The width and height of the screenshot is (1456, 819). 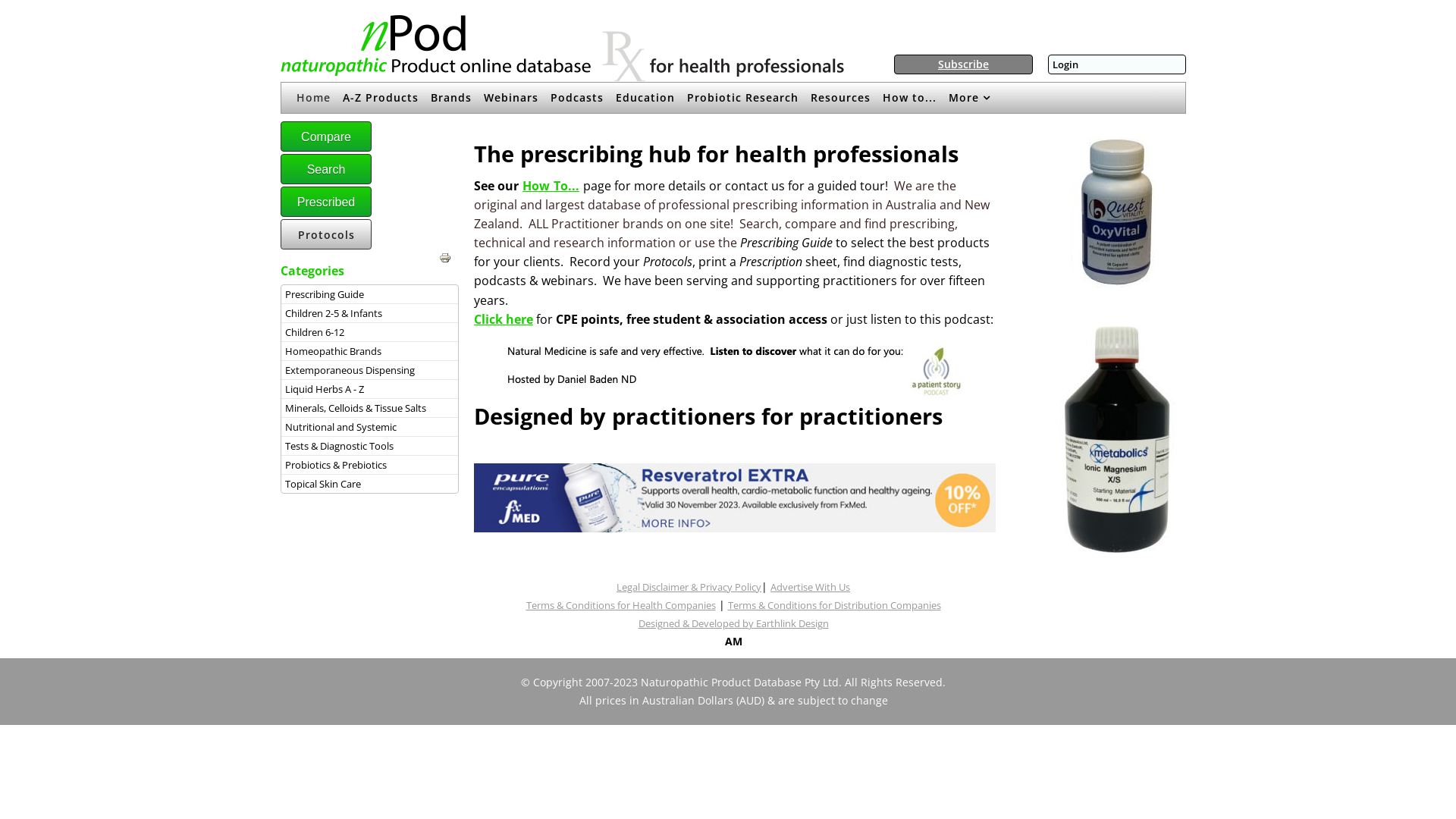 I want to click on 'Protocols', so click(x=325, y=234).